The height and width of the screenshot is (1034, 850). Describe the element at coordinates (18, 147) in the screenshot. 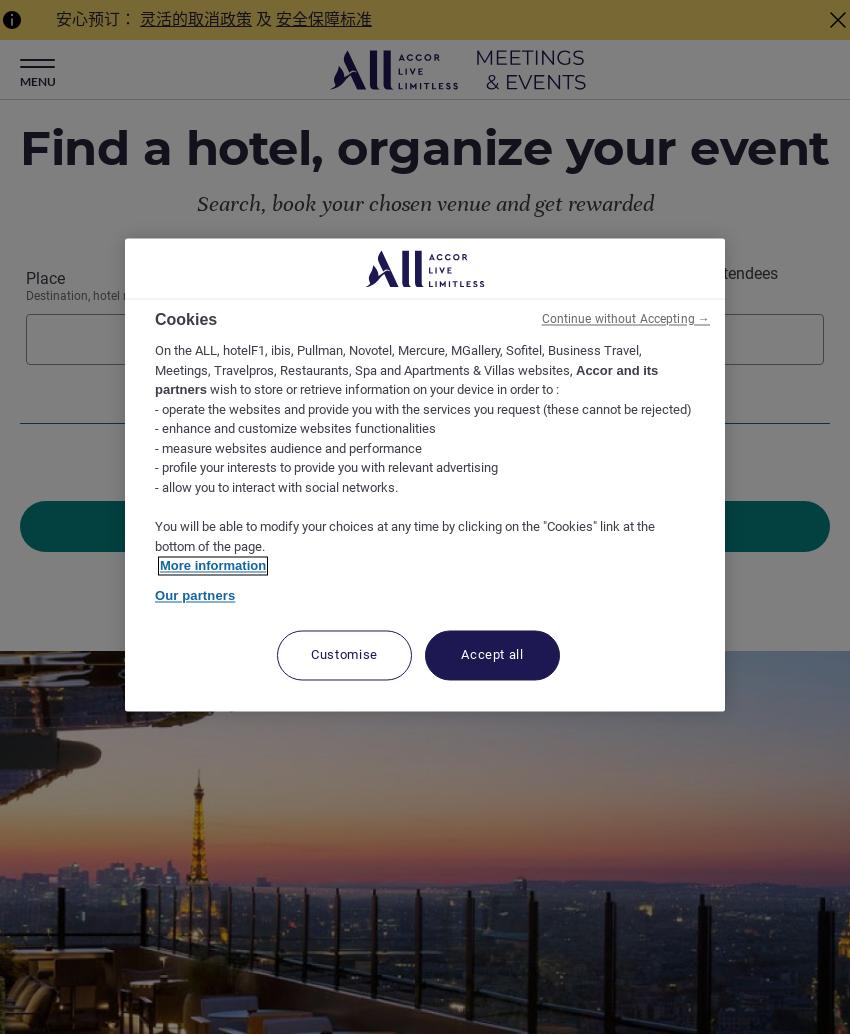

I see `'Find a hotel, organize your event'` at that location.